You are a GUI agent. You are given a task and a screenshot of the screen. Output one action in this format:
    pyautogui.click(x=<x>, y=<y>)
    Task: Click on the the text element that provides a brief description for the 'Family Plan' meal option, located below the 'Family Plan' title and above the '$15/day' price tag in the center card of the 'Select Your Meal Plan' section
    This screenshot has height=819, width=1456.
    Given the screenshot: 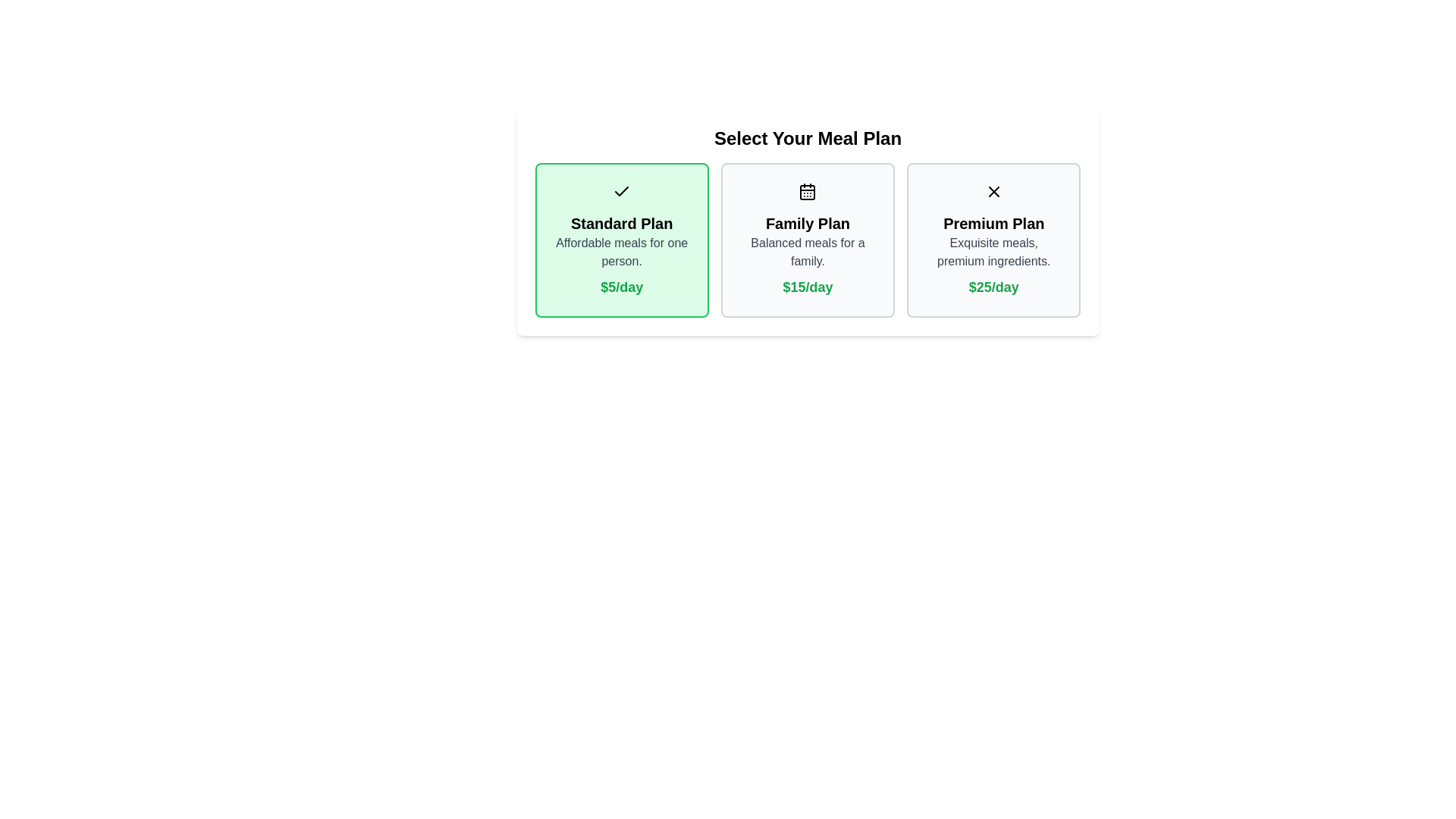 What is the action you would take?
    pyautogui.click(x=807, y=251)
    